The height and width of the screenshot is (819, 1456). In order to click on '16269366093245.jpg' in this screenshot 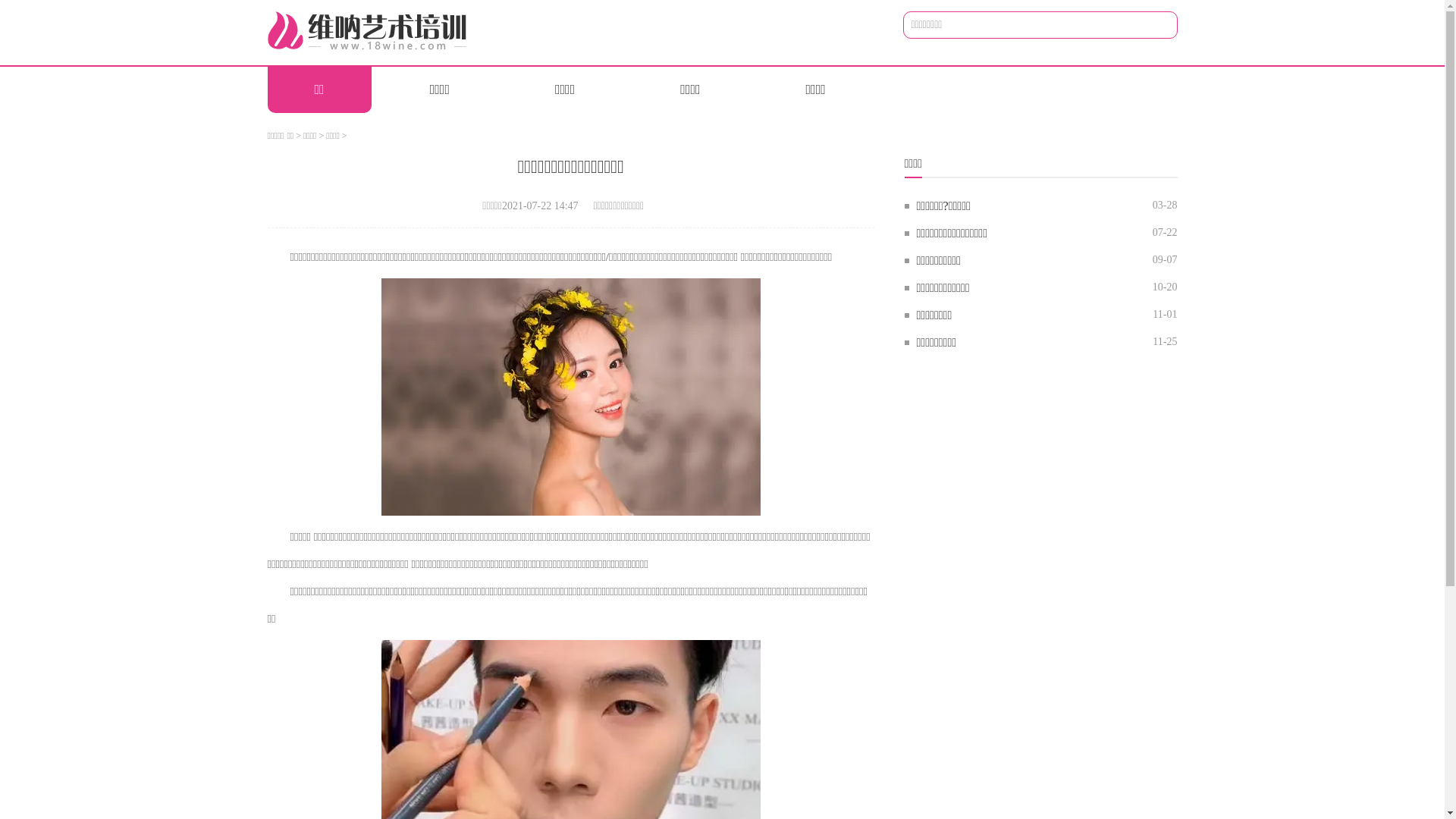, I will do `click(570, 396)`.